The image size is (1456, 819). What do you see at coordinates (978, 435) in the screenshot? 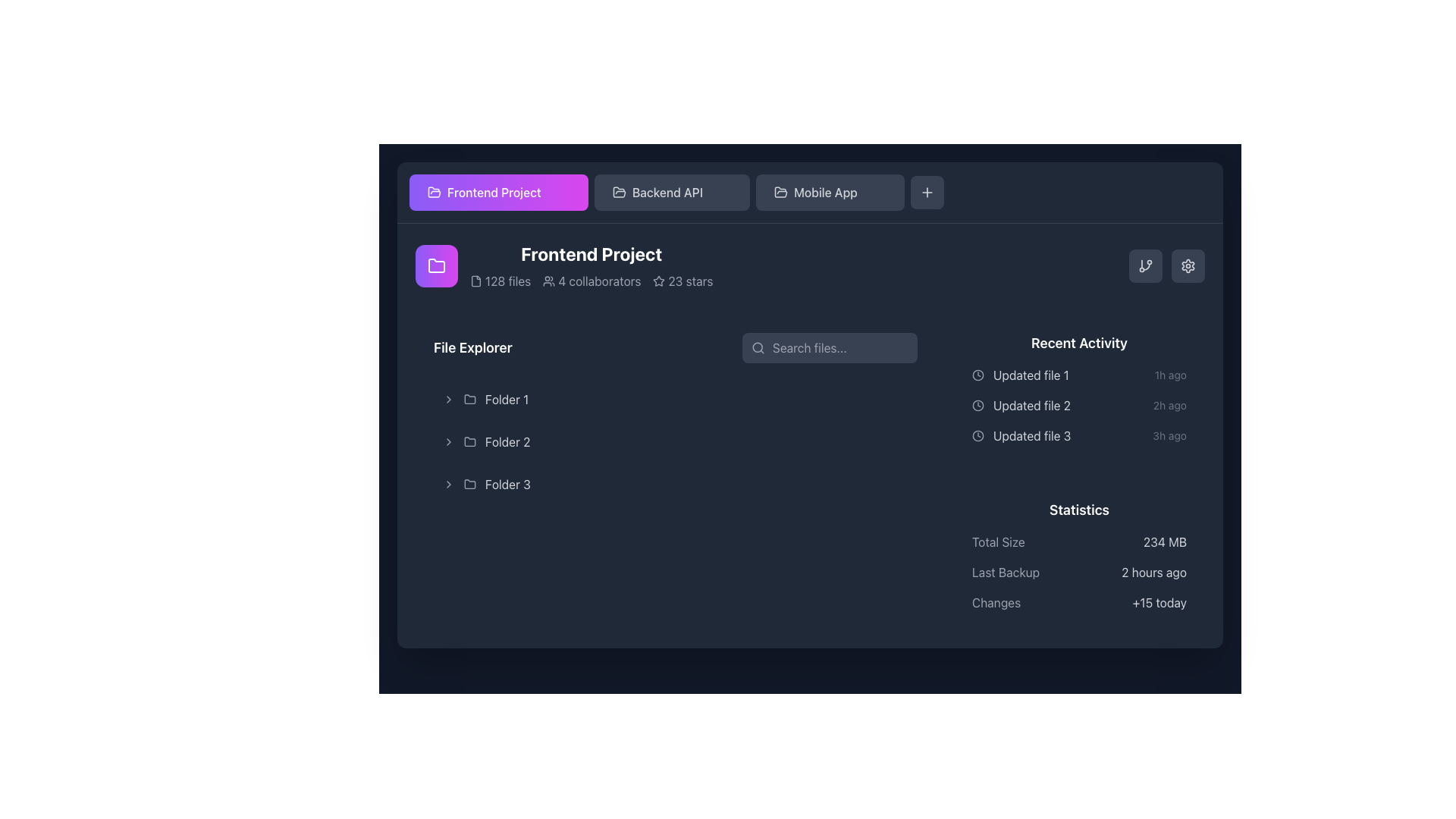
I see `the time icon that indicates the timestamp of a file update, which is located to the left of the text 'Updated file 3'` at bounding box center [978, 435].